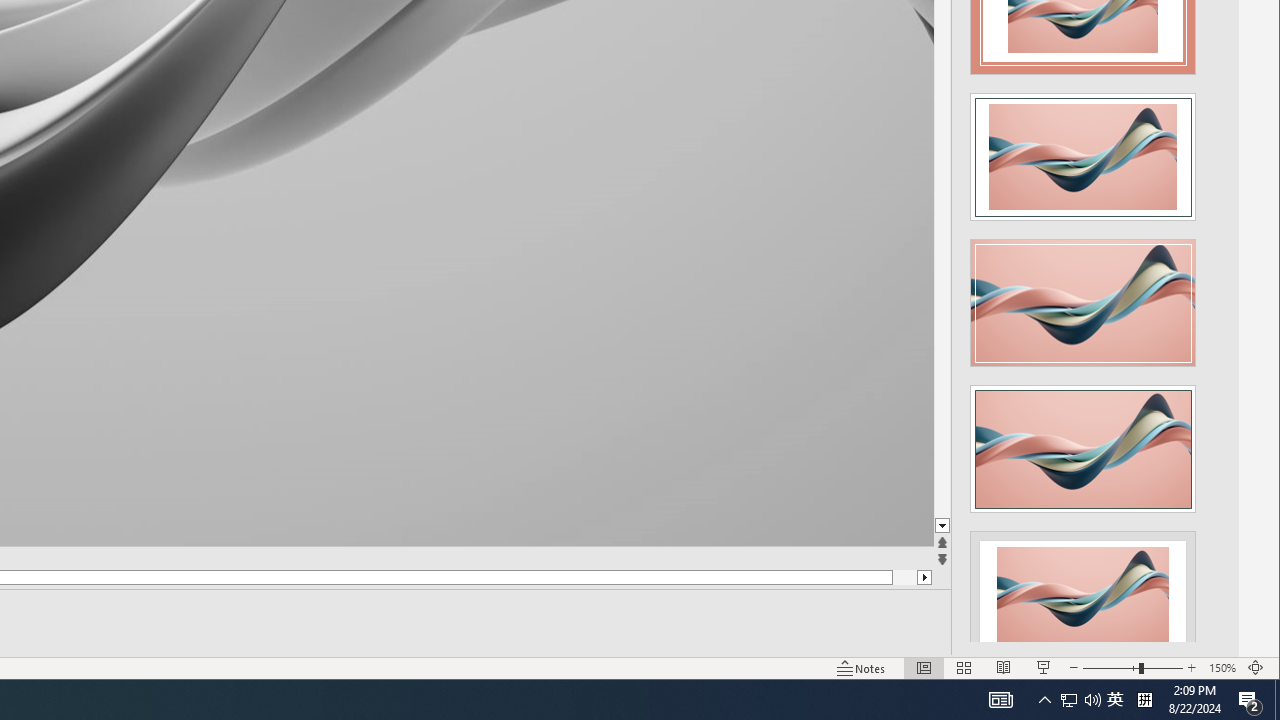 The height and width of the screenshot is (720, 1280). What do you see at coordinates (1221, 668) in the screenshot?
I see `'Zoom 150%'` at bounding box center [1221, 668].